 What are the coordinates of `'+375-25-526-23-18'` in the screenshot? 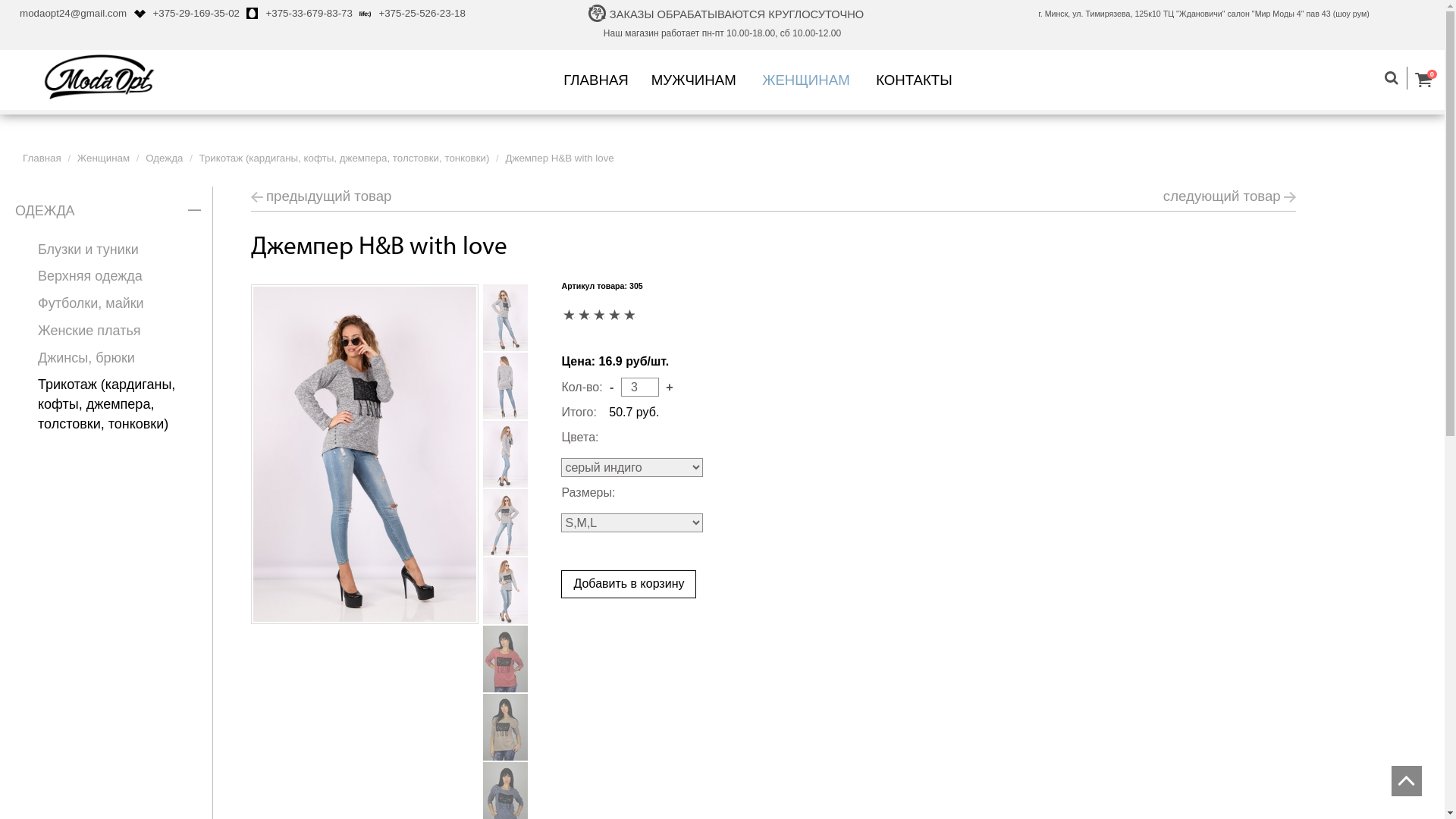 It's located at (378, 13).